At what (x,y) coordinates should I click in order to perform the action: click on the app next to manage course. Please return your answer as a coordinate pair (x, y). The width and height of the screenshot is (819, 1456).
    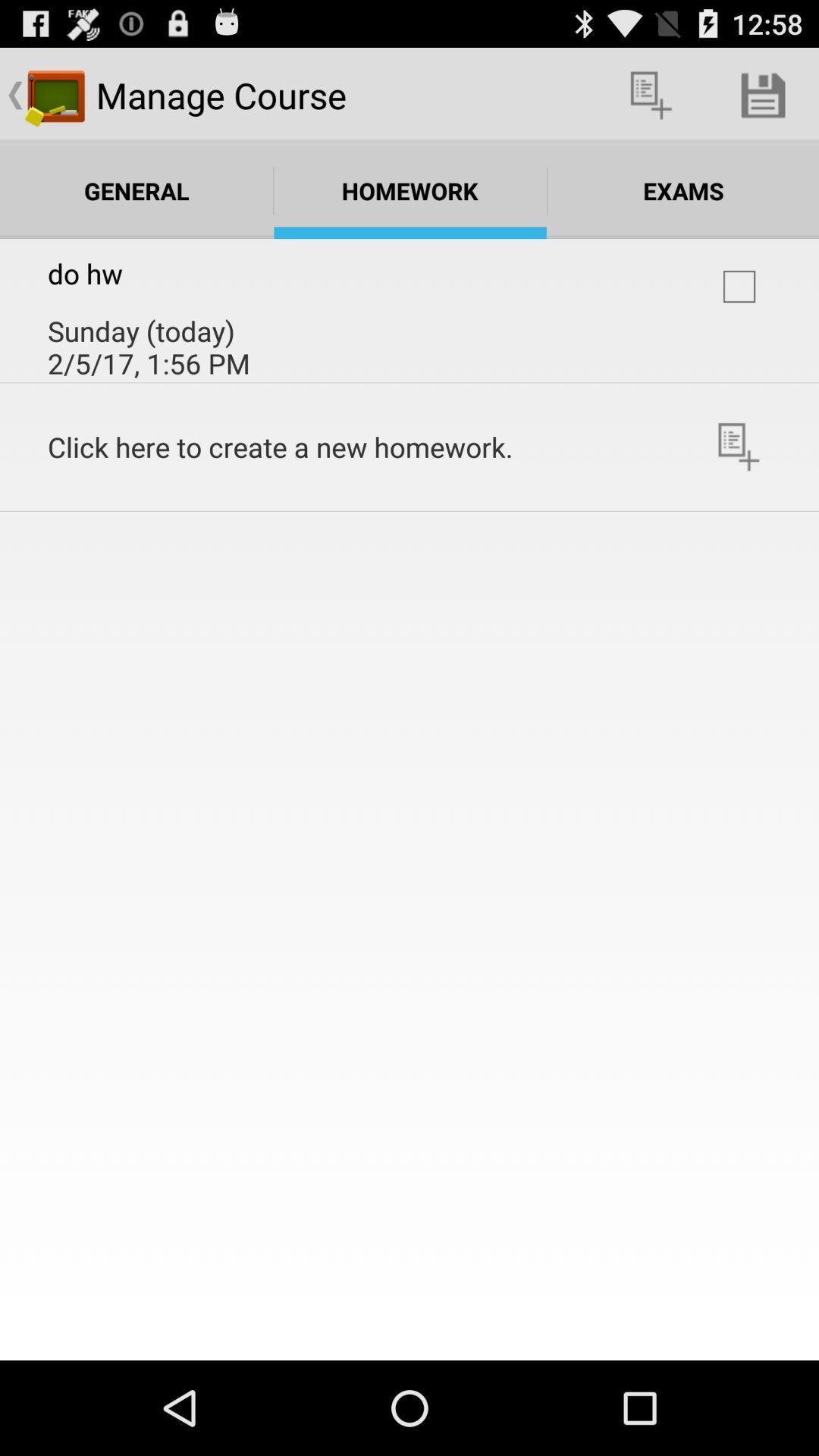
    Looking at the image, I should click on (651, 94).